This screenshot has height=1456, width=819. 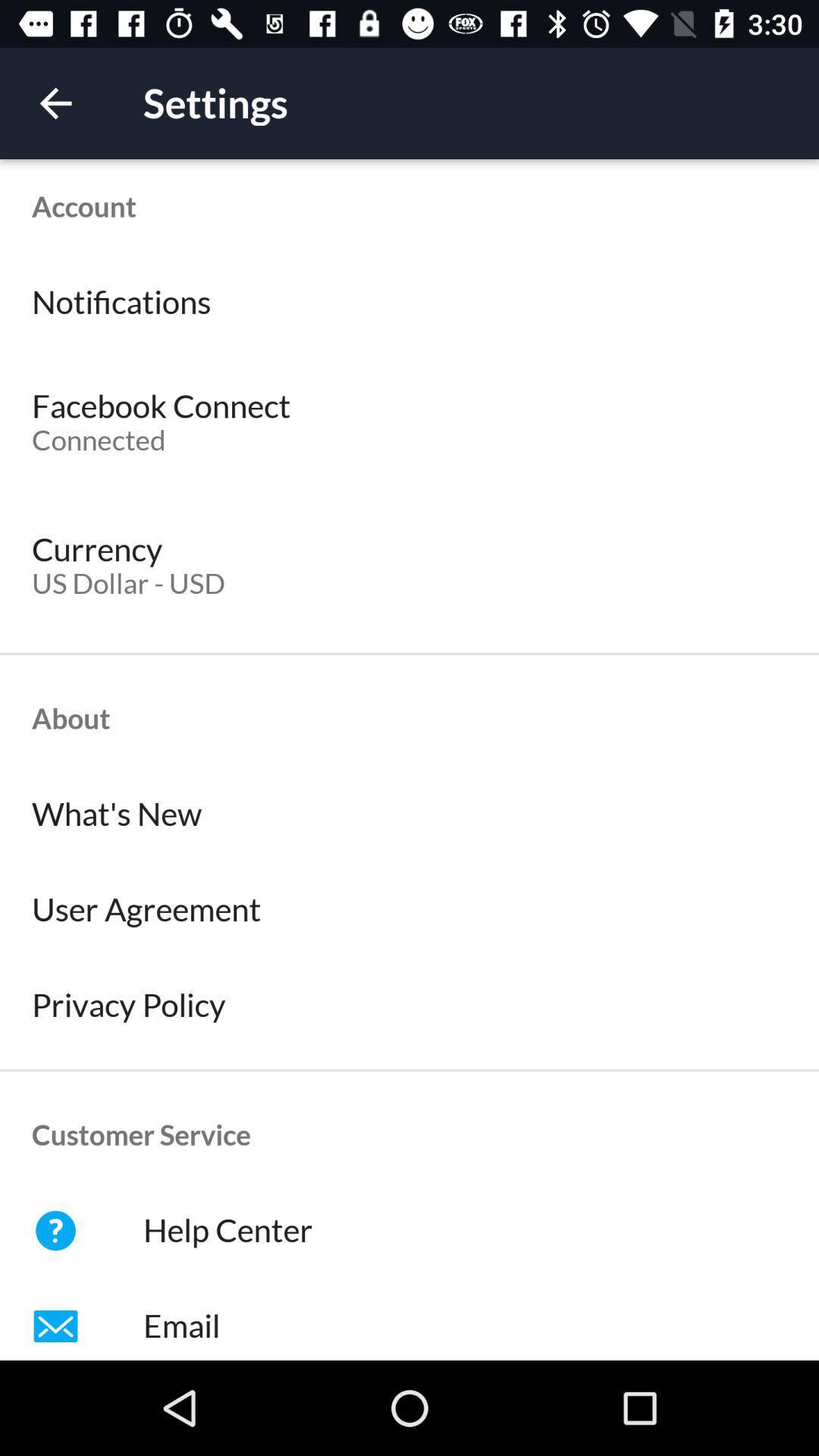 I want to click on icon below help center icon, so click(x=409, y=1318).